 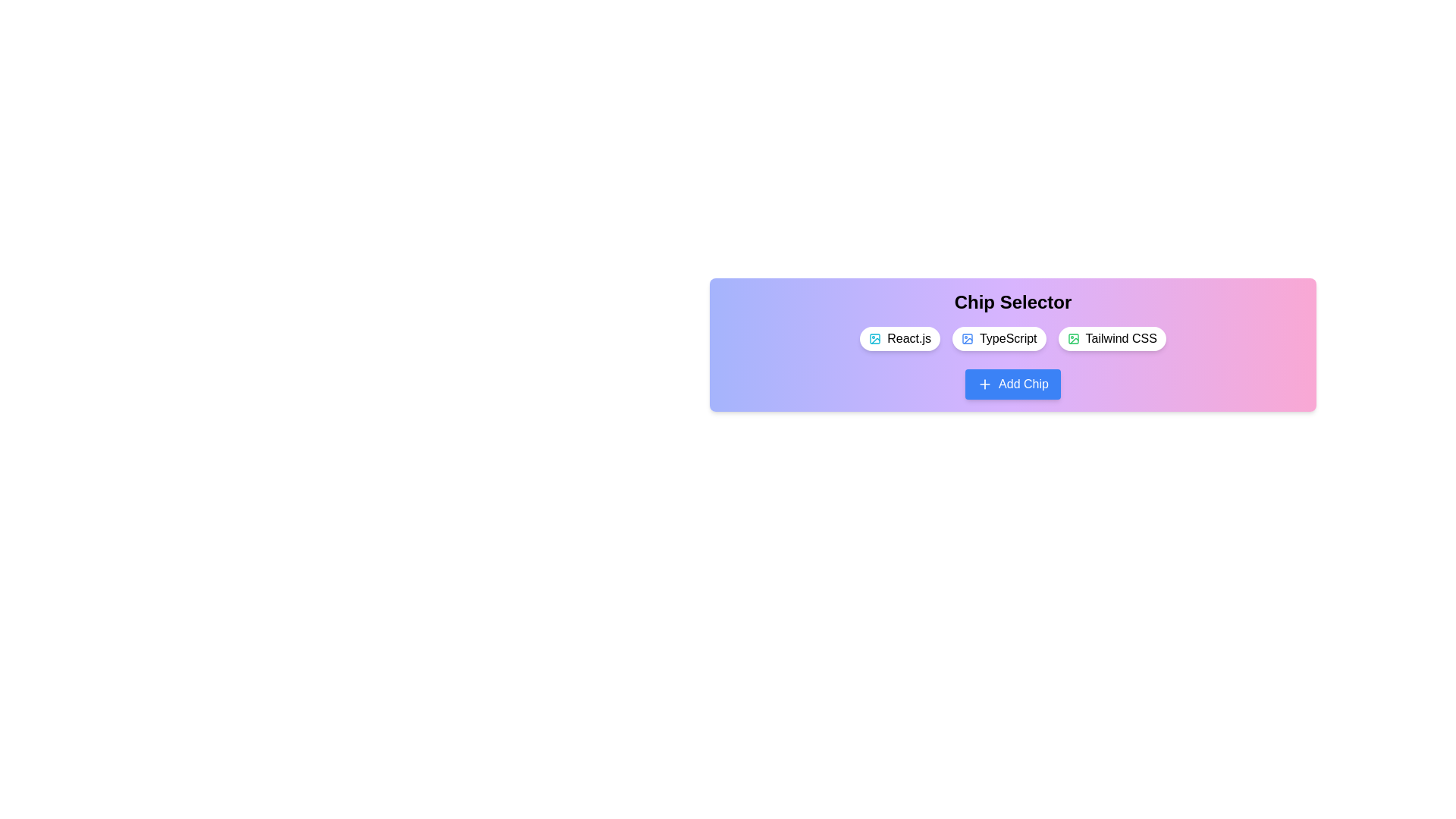 I want to click on the 'TypeScript' Chip component, which is a rounded button-like element with a blue icon and black text, located centrally in the 'Chip Selector' row, so click(x=999, y=338).